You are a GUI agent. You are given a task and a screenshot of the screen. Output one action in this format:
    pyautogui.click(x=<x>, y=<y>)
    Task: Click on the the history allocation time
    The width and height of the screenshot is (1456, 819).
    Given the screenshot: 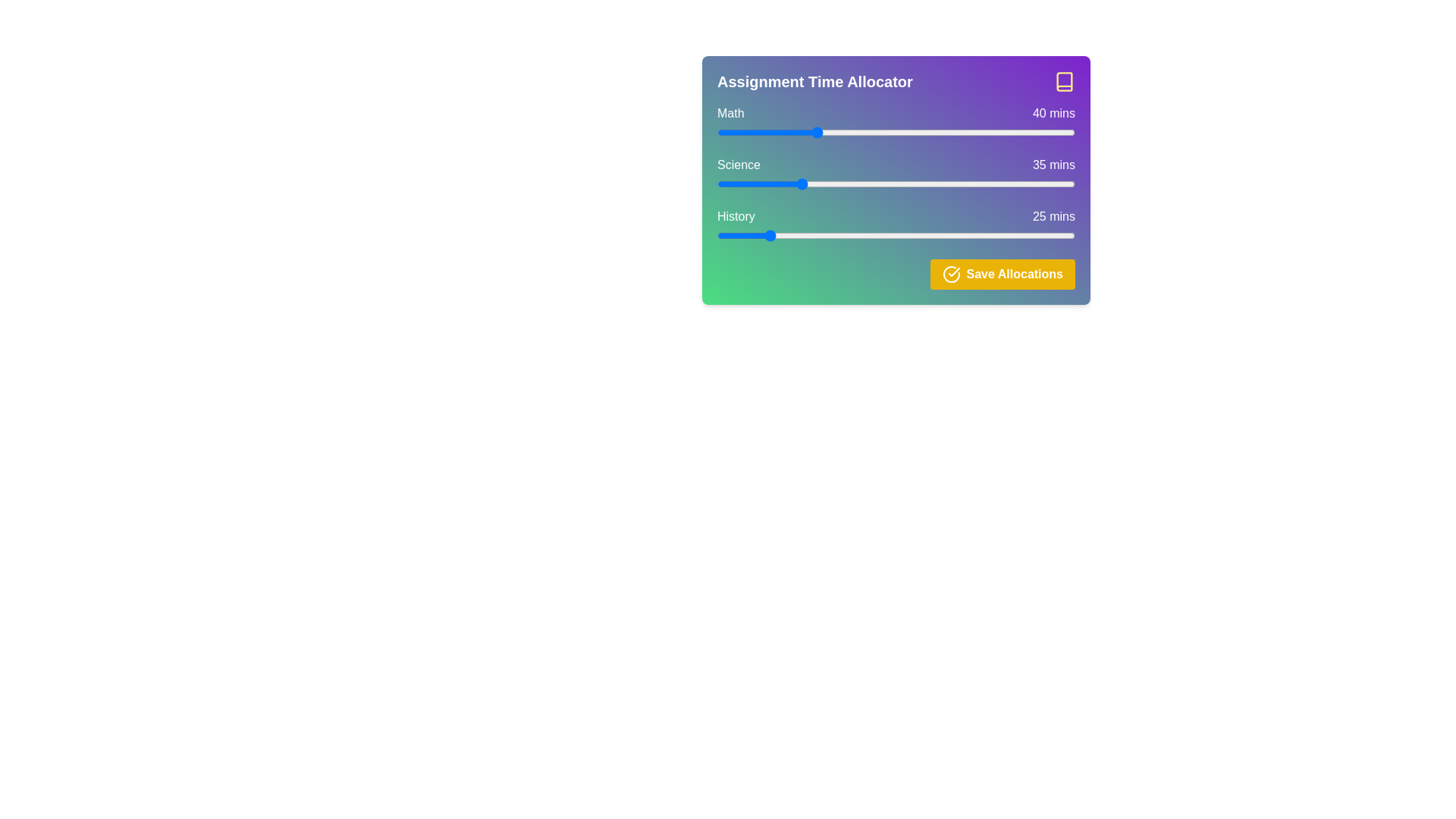 What is the action you would take?
    pyautogui.click(x=912, y=236)
    